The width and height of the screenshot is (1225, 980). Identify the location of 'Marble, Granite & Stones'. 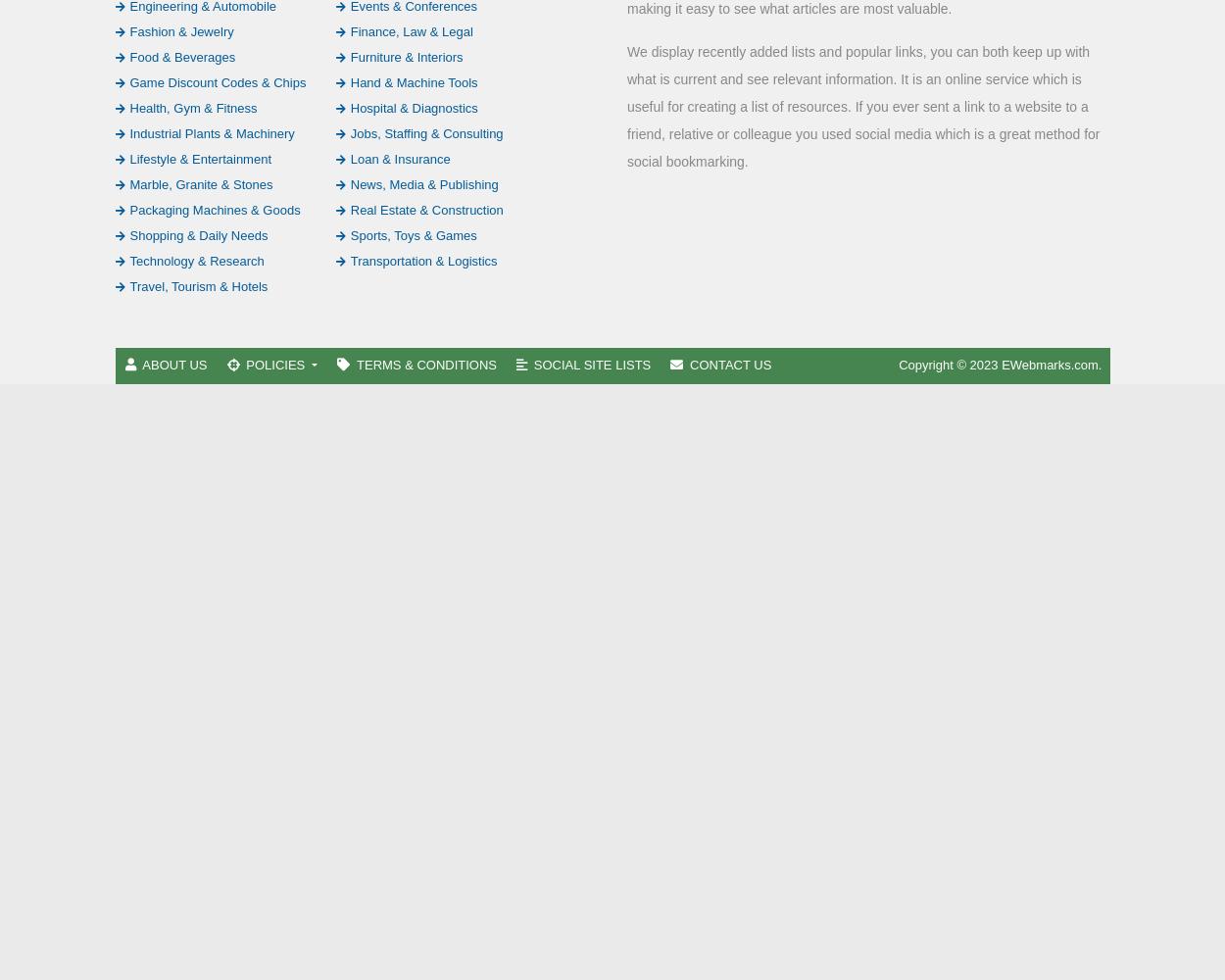
(200, 183).